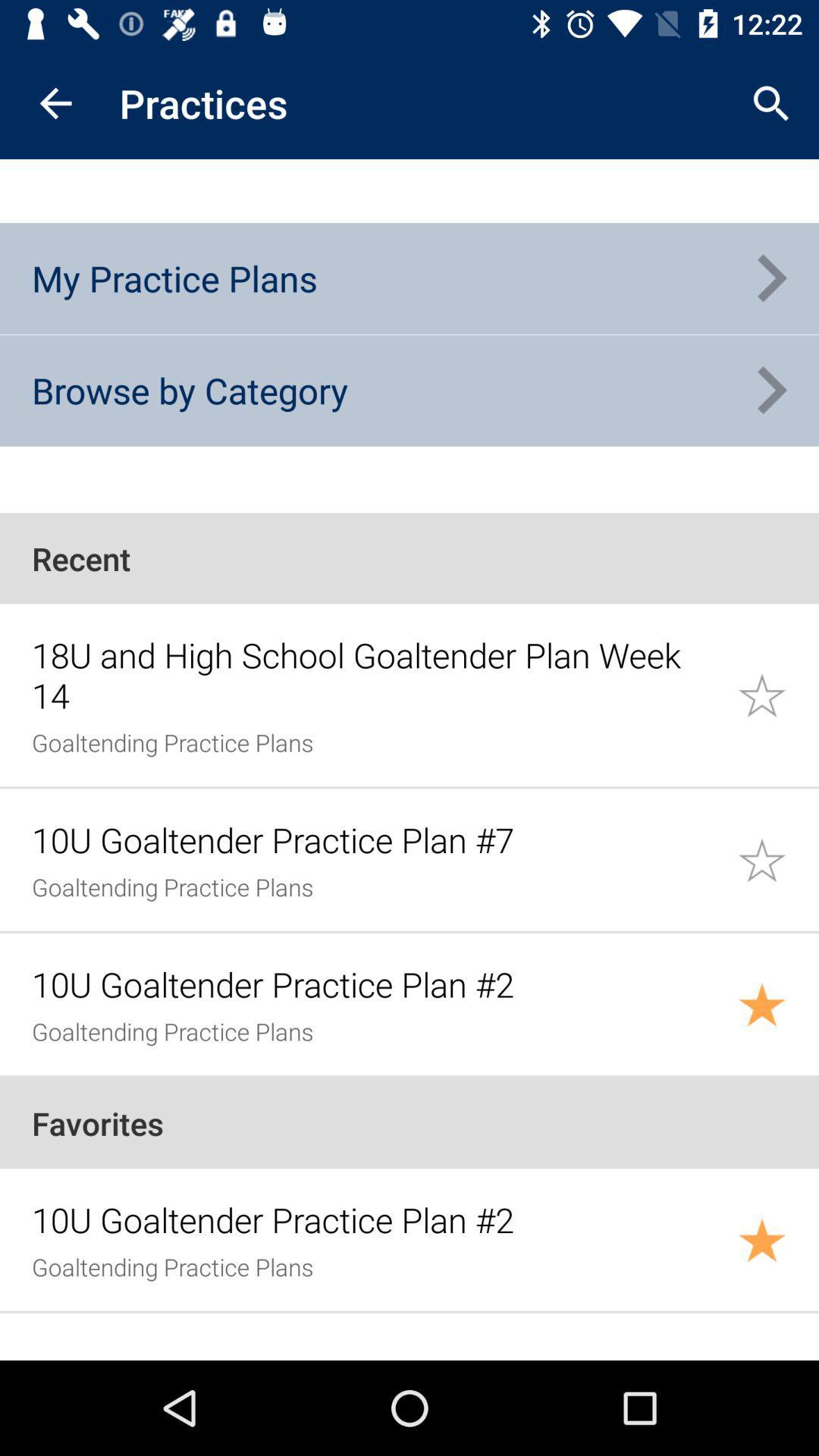 Image resolution: width=819 pixels, height=1456 pixels. Describe the element at coordinates (375, 674) in the screenshot. I see `18u and high` at that location.